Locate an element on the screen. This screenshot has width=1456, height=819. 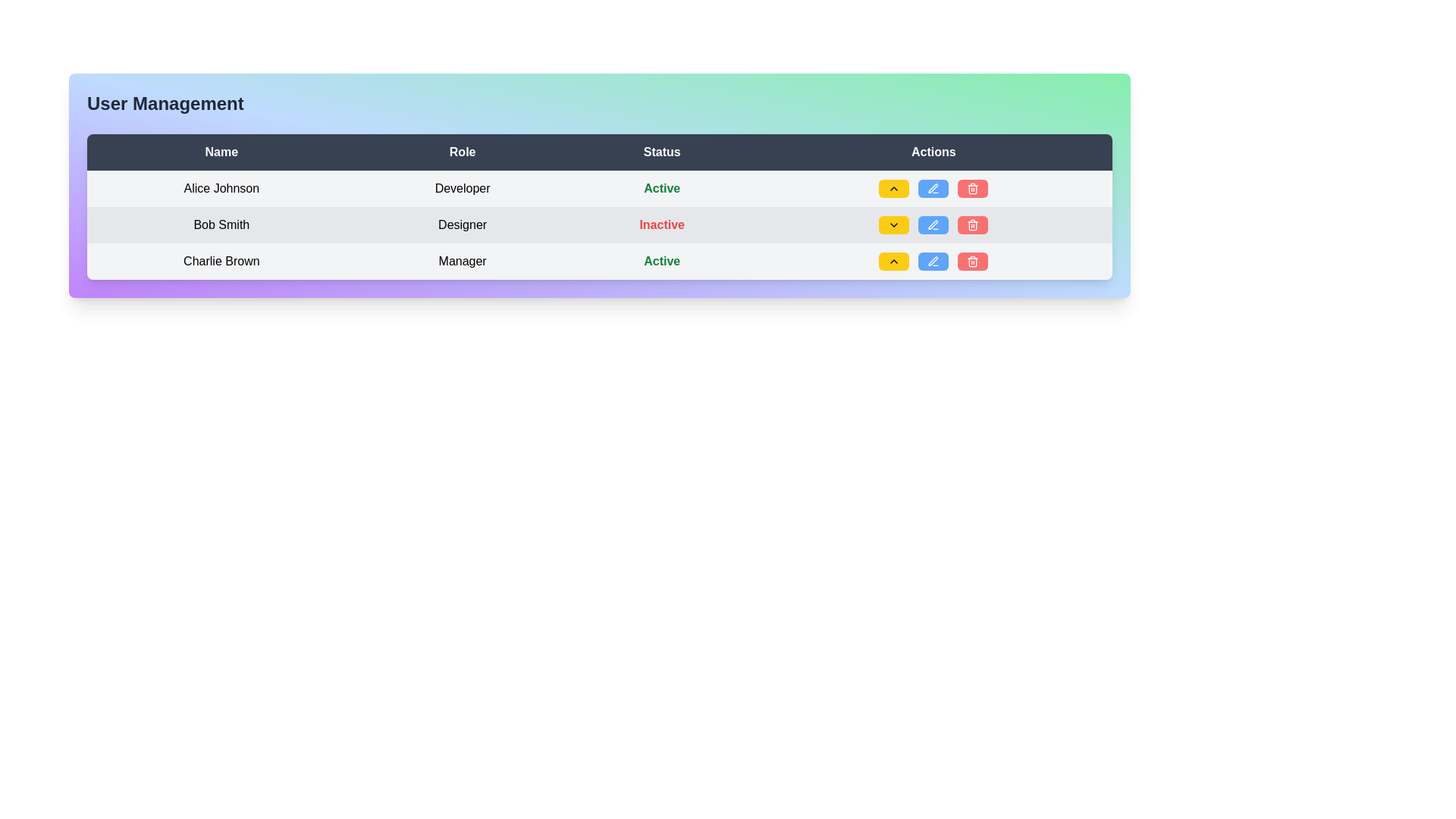
the button that triggers actions for the row item 'Charlie Brown' in the table UI, located in the 'Actions' column, to make it accessible is located at coordinates (894, 260).